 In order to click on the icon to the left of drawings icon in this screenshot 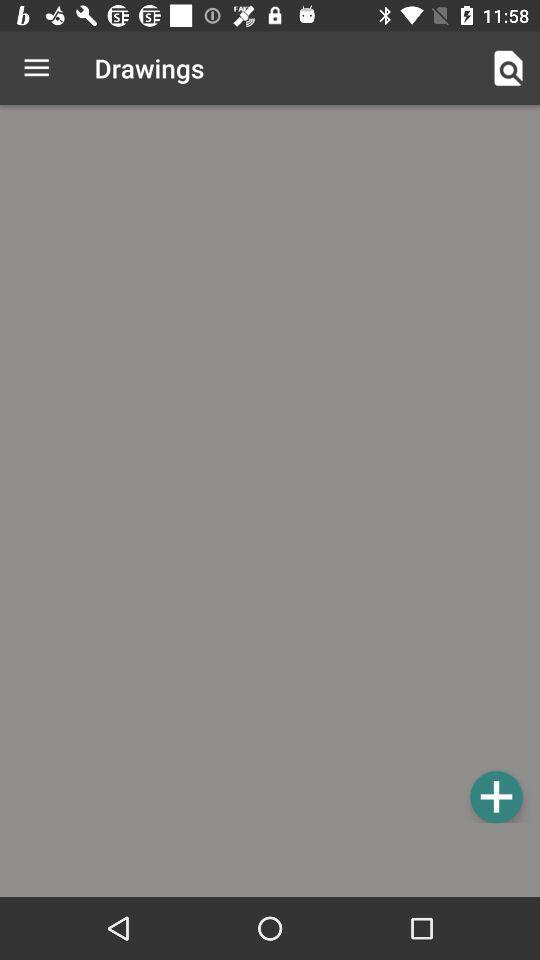, I will do `click(36, 68)`.